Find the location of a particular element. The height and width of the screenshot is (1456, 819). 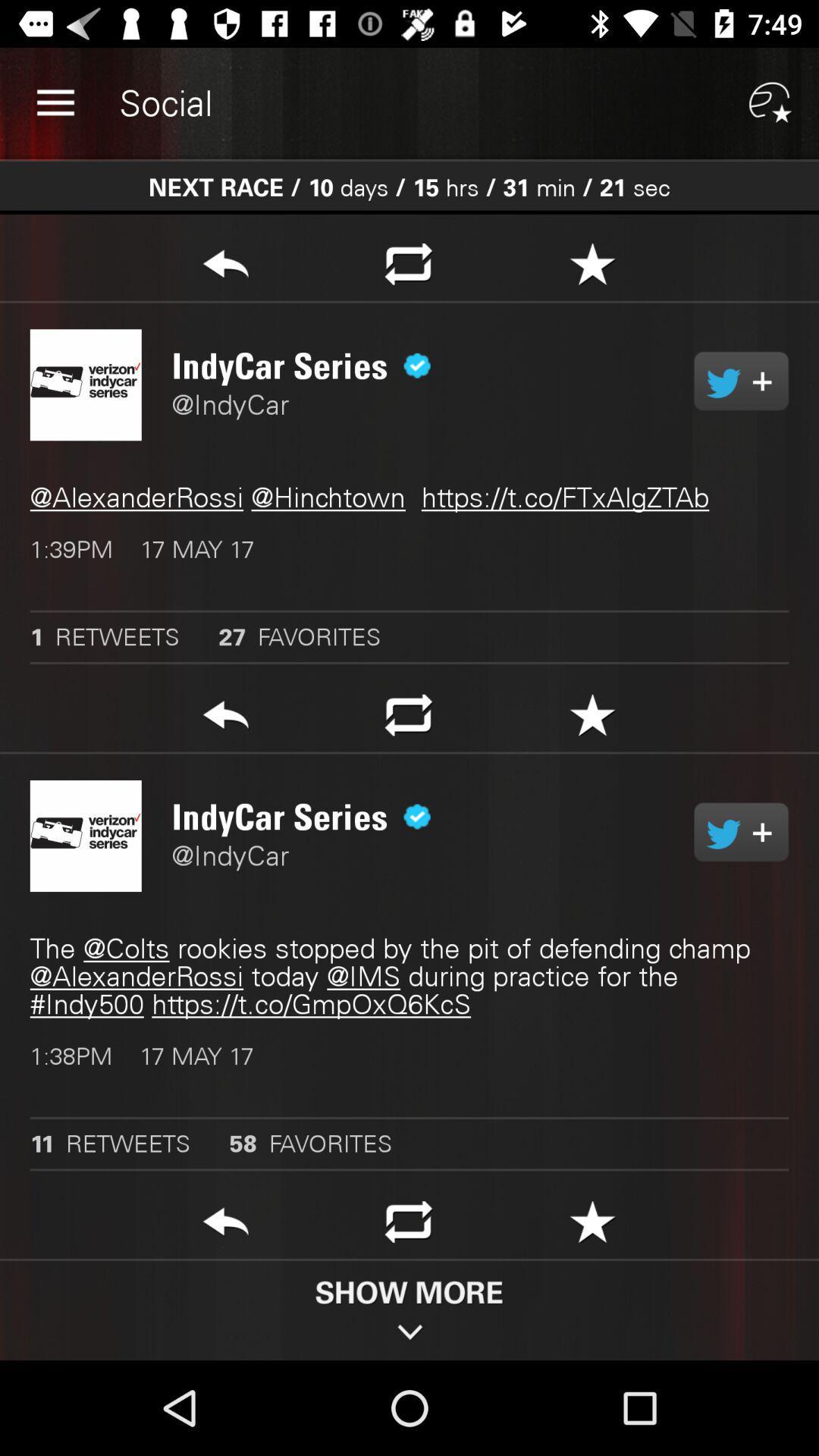

go back is located at coordinates (225, 1226).